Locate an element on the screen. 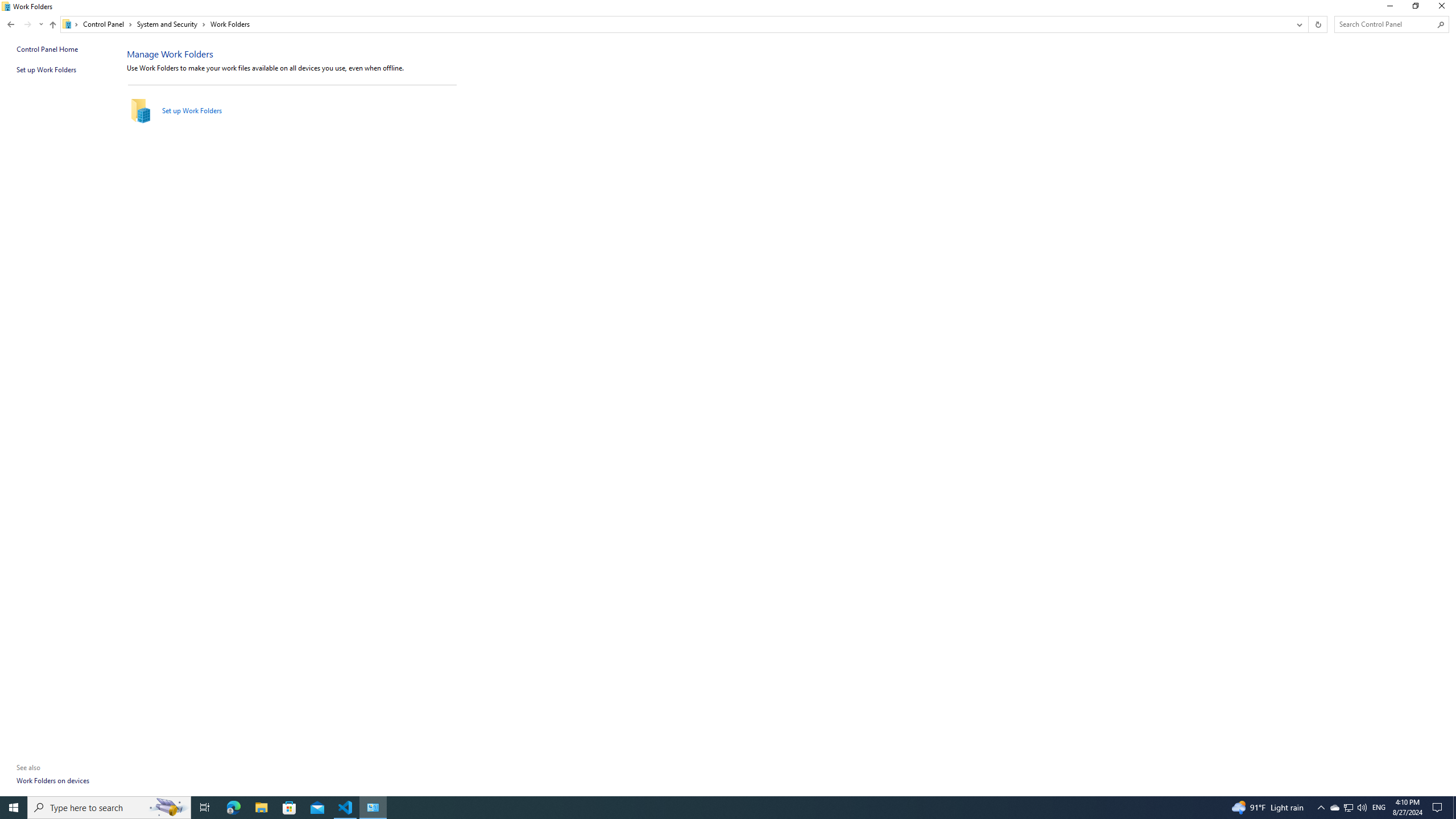 Image resolution: width=1456 pixels, height=819 pixels. 'Address band toolbar' is located at coordinates (1308, 24).